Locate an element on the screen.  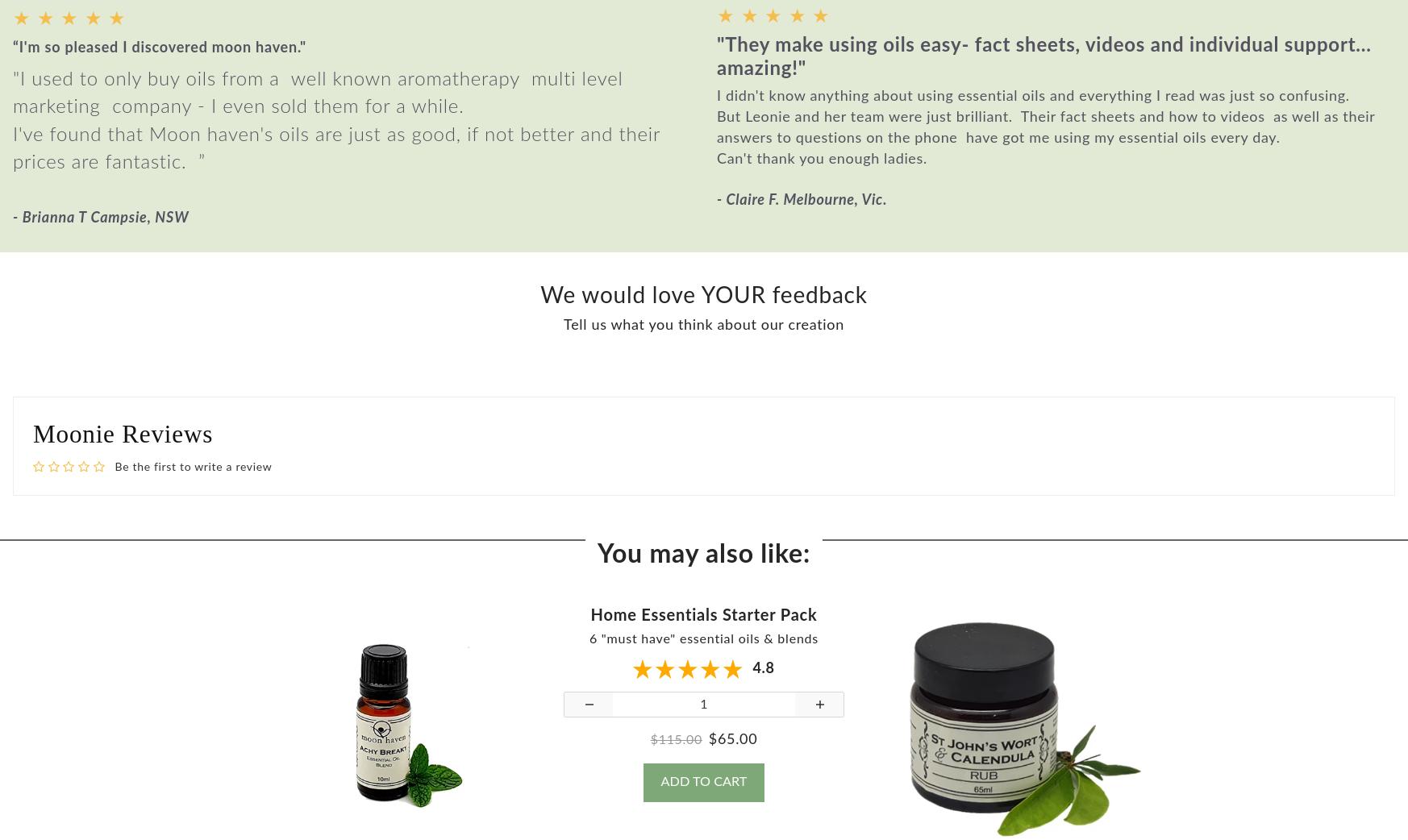
'"They make using oils easy- fact sheets, videos and individual support... amazing!"' is located at coordinates (1043, 68).